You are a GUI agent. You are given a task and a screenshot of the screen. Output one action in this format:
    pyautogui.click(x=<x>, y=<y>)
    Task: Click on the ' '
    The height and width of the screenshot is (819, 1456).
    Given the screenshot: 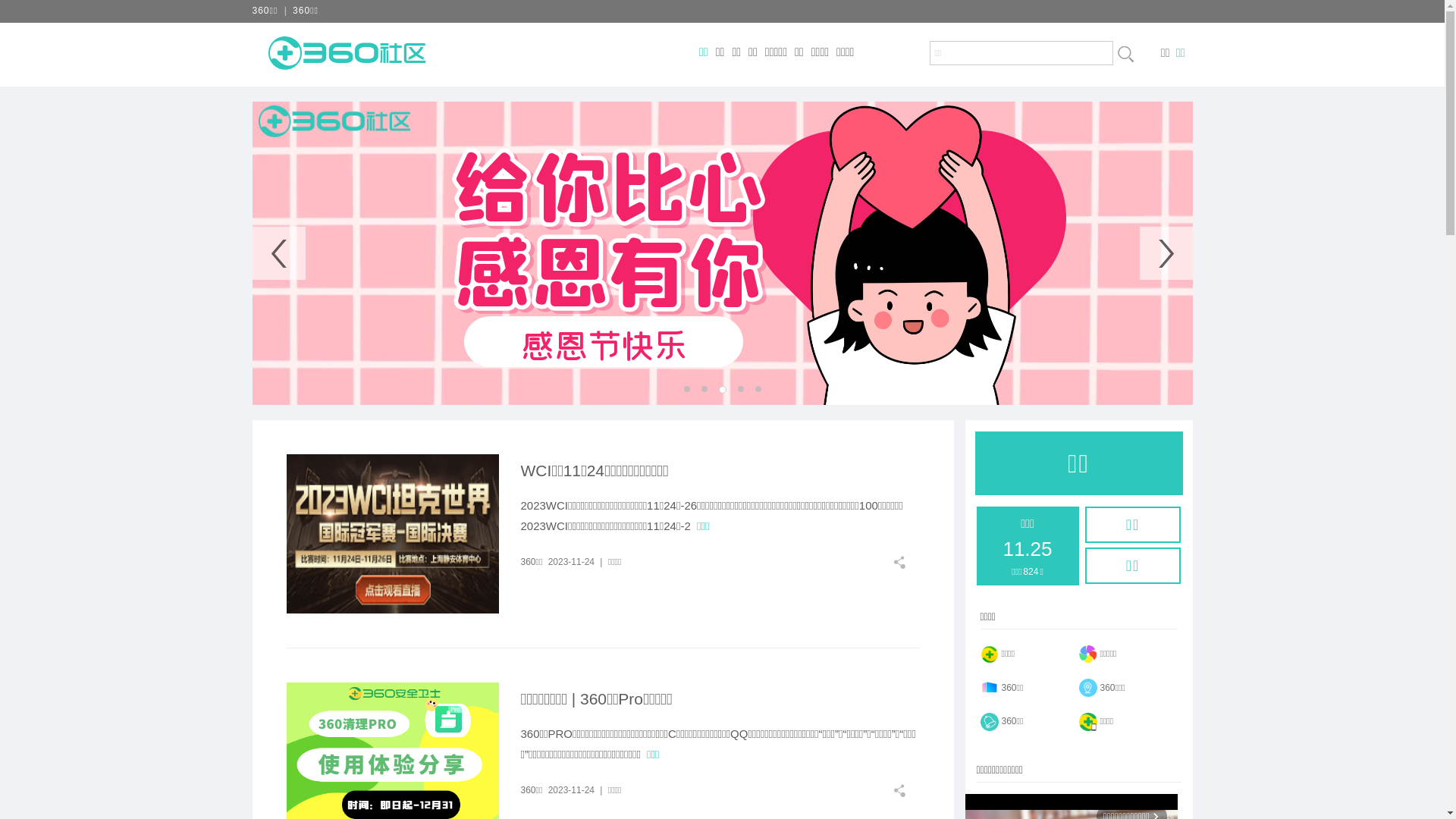 What is the action you would take?
    pyautogui.click(x=905, y=562)
    